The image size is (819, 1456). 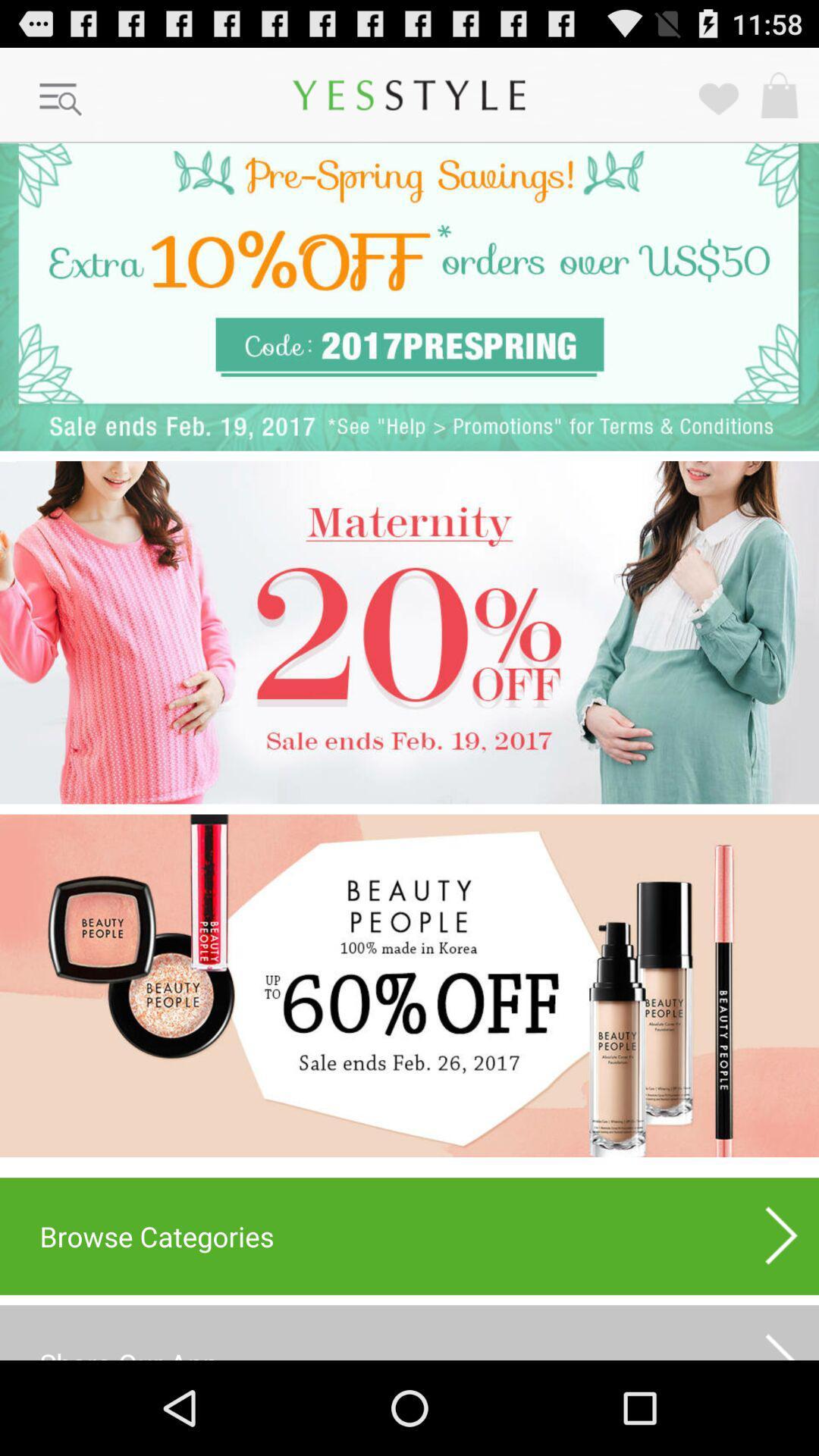 I want to click on menu options, so click(x=61, y=99).